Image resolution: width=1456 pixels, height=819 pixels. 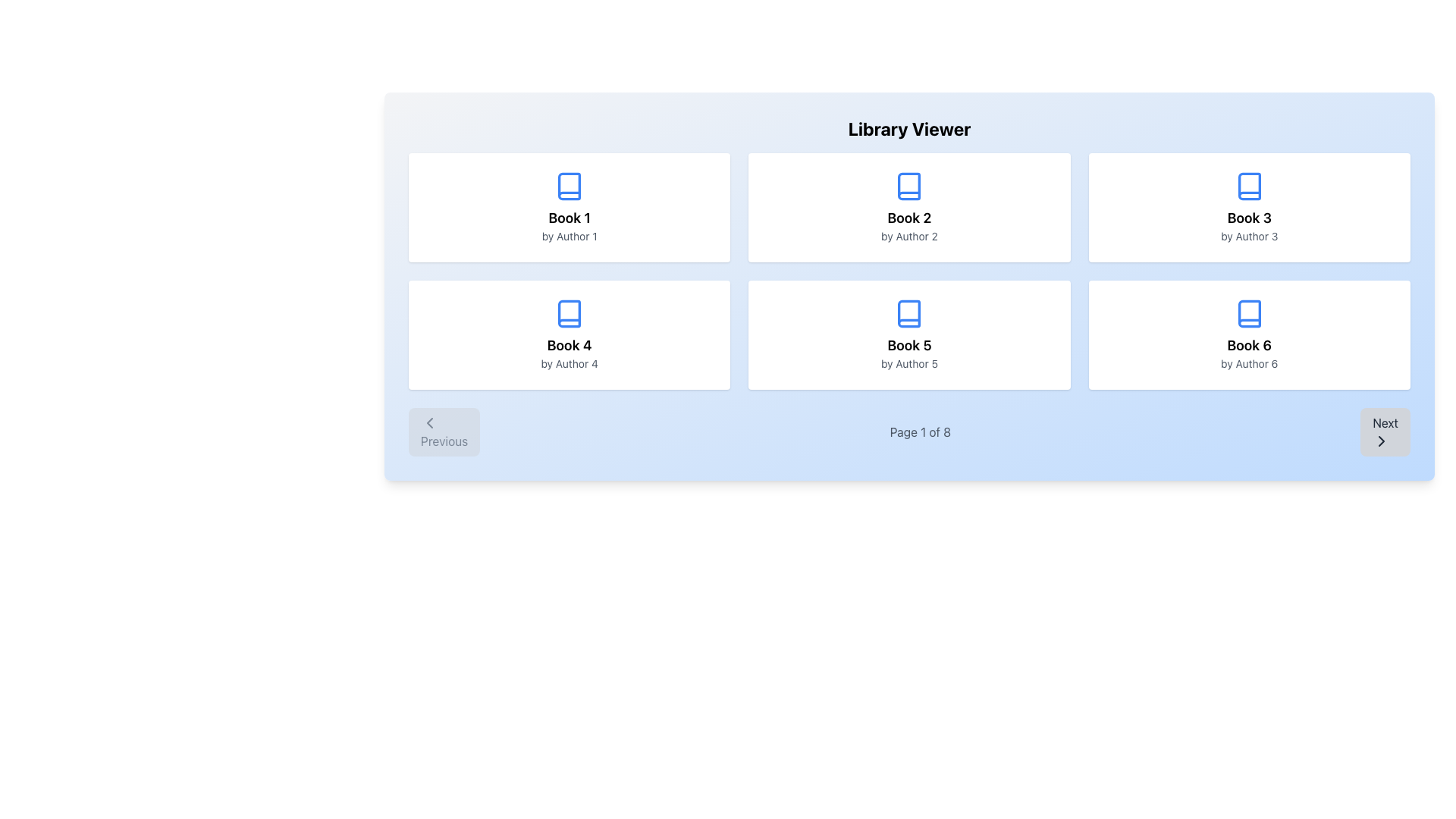 What do you see at coordinates (569, 363) in the screenshot?
I see `text content of the author label located directly underneath the title 'Book 4' in the book card layout` at bounding box center [569, 363].